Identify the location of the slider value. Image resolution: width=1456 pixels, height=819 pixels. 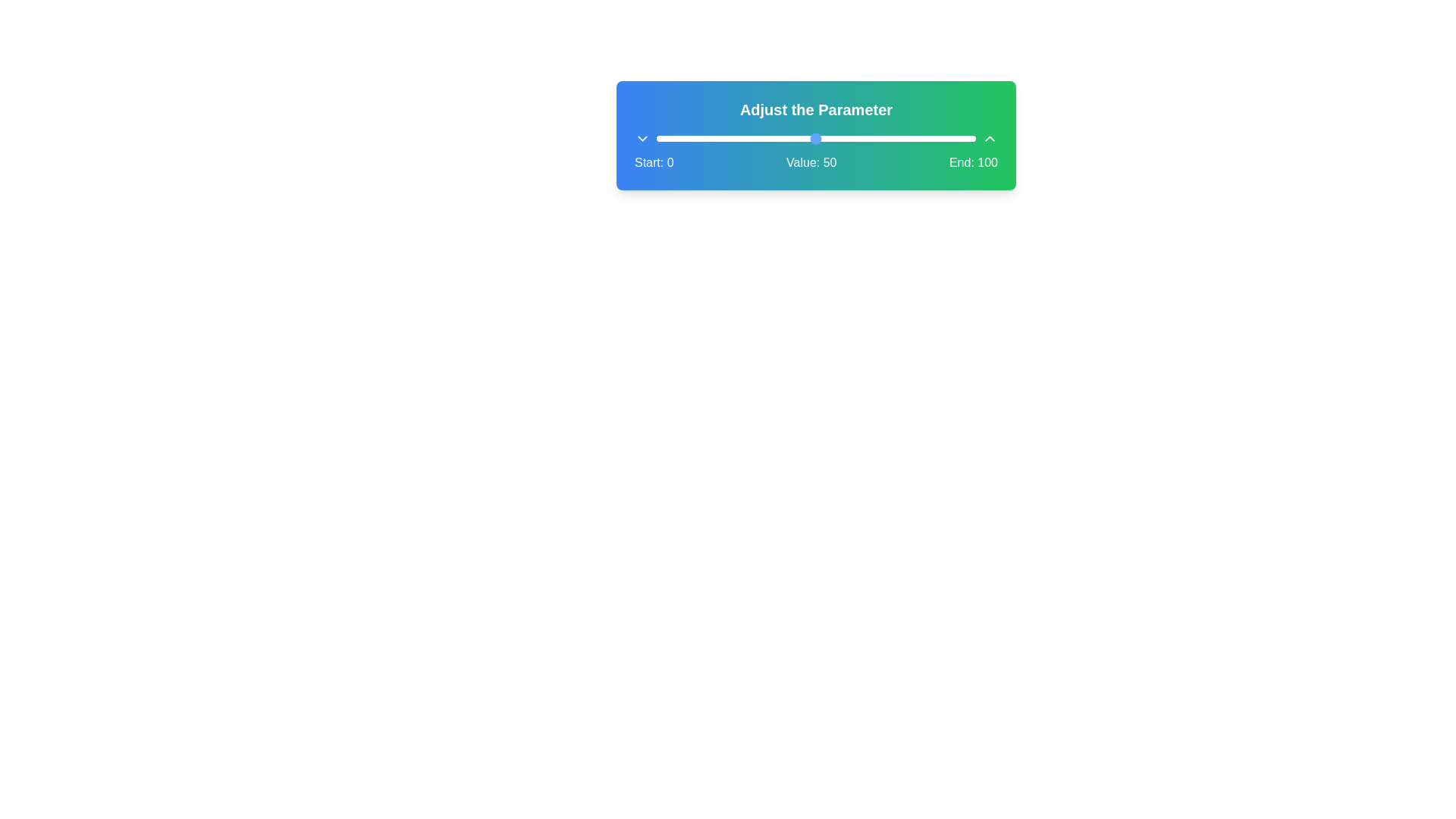
(660, 138).